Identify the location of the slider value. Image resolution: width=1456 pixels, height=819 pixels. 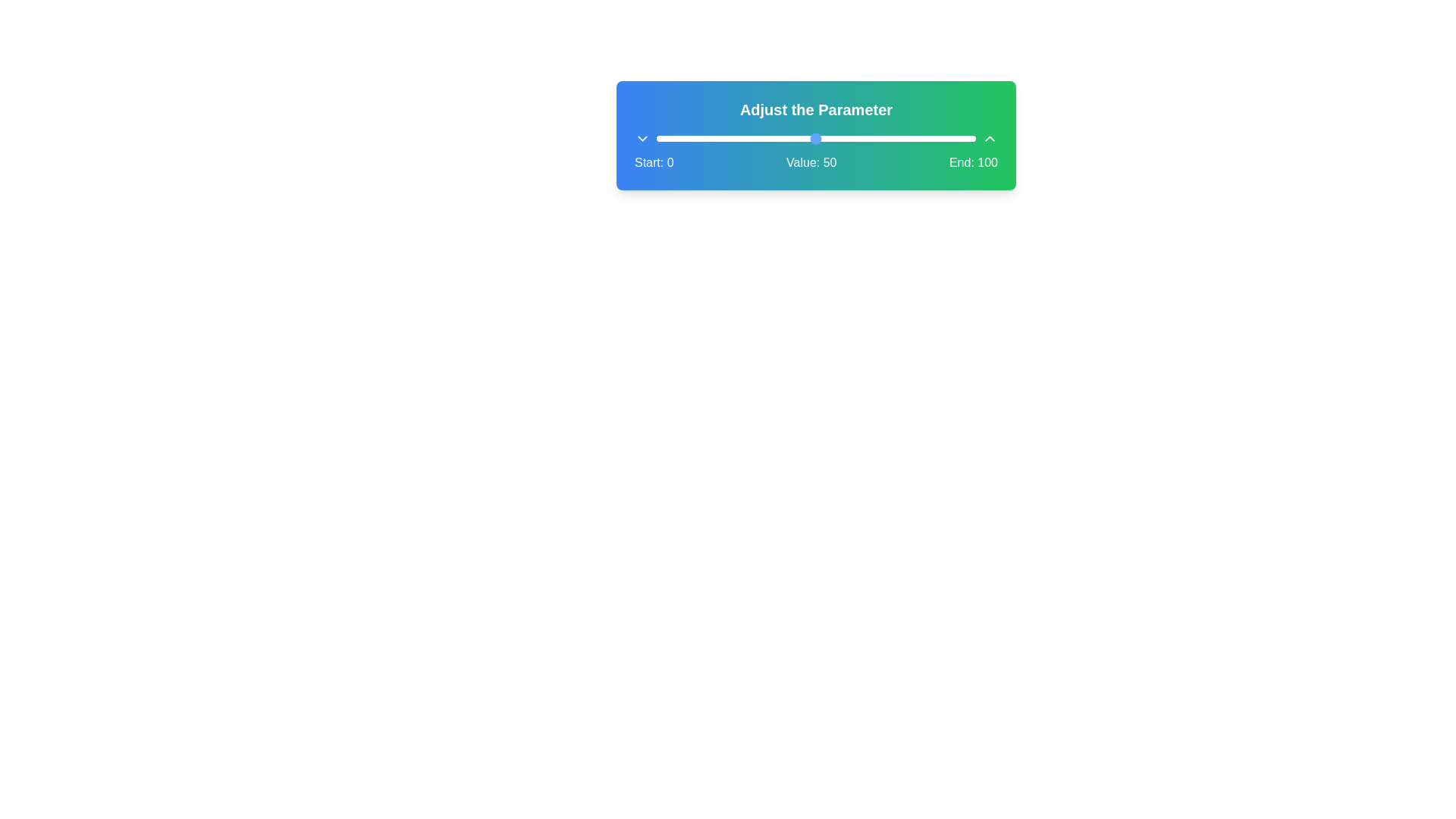
(660, 138).